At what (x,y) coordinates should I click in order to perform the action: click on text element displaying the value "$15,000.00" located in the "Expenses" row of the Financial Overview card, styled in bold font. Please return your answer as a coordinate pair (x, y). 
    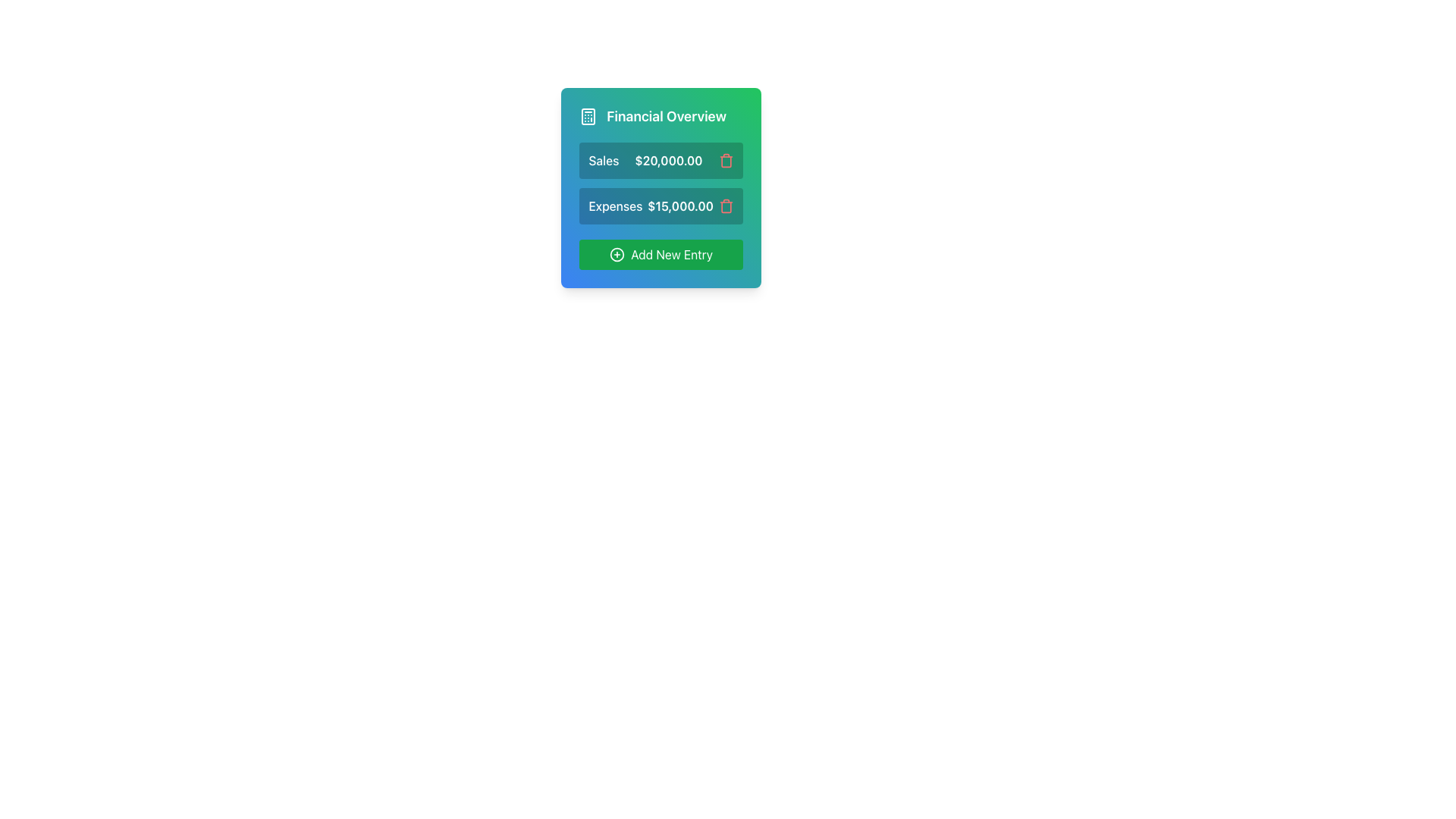
    Looking at the image, I should click on (679, 206).